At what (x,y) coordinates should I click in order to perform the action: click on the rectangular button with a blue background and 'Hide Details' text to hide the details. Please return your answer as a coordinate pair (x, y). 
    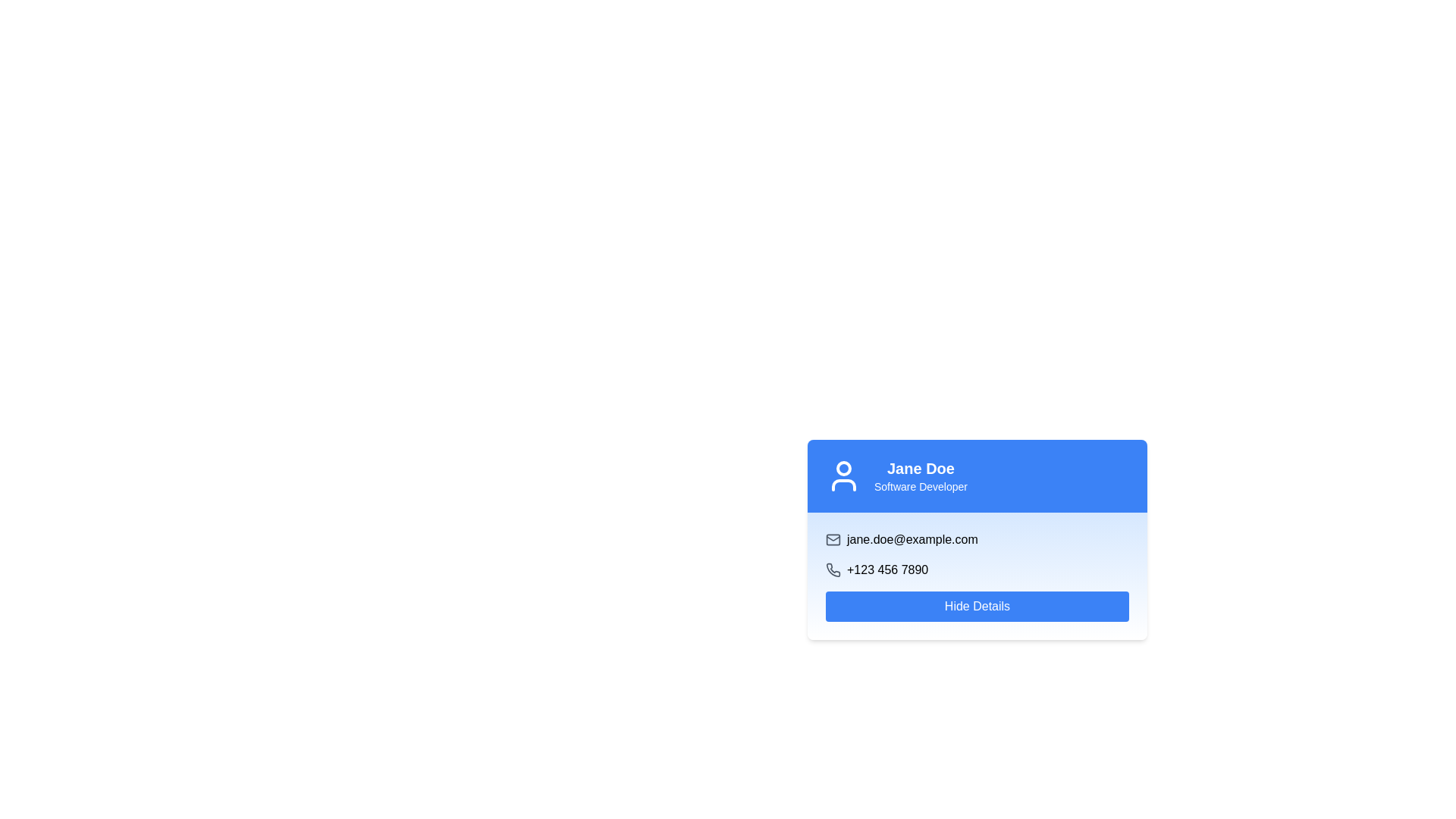
    Looking at the image, I should click on (977, 605).